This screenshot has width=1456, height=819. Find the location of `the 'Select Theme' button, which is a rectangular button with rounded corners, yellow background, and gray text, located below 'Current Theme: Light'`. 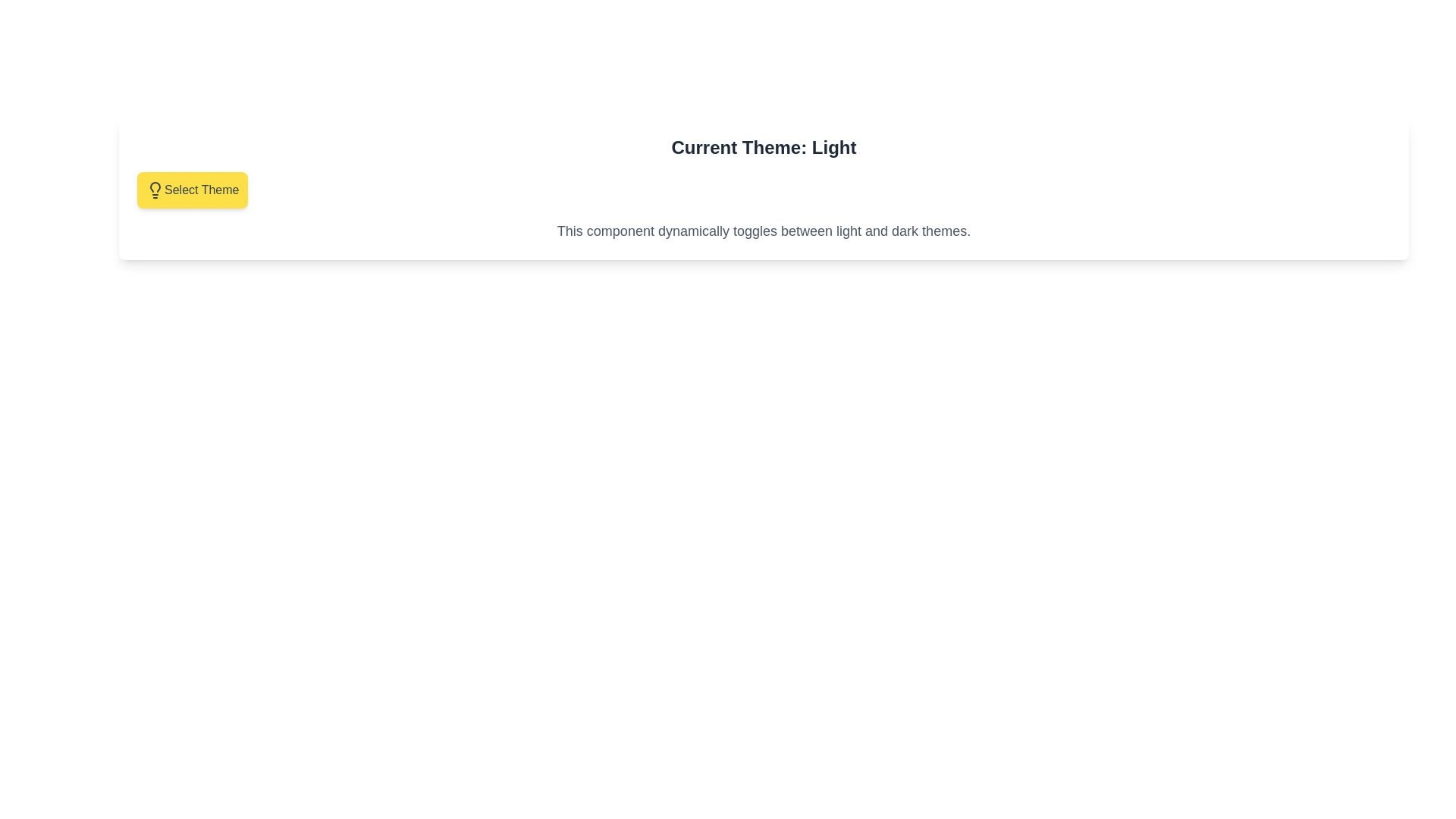

the 'Select Theme' button, which is a rectangular button with rounded corners, yellow background, and gray text, located below 'Current Theme: Light' is located at coordinates (192, 189).